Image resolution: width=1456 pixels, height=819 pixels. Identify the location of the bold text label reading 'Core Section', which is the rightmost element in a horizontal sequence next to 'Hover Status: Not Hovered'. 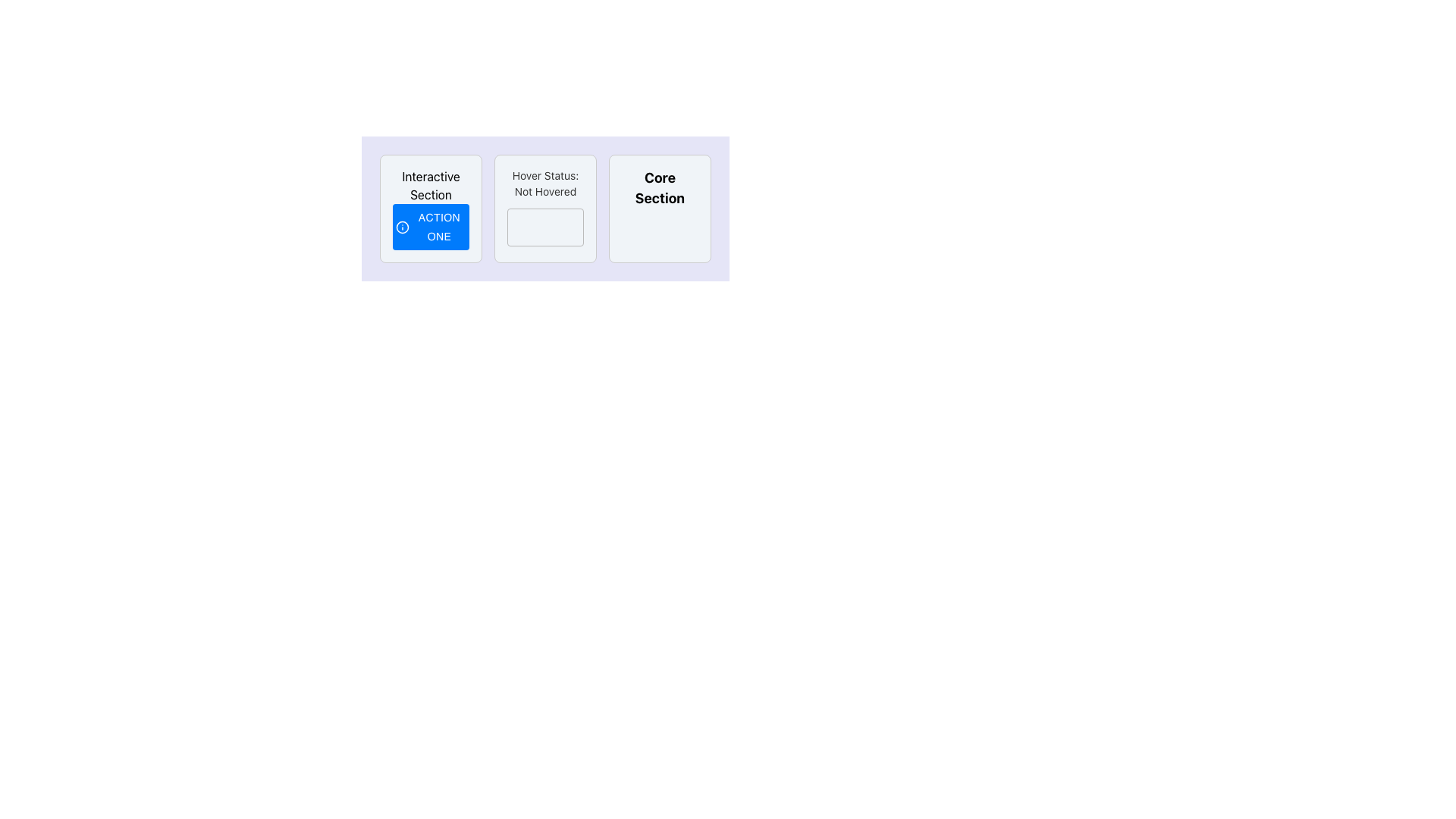
(660, 187).